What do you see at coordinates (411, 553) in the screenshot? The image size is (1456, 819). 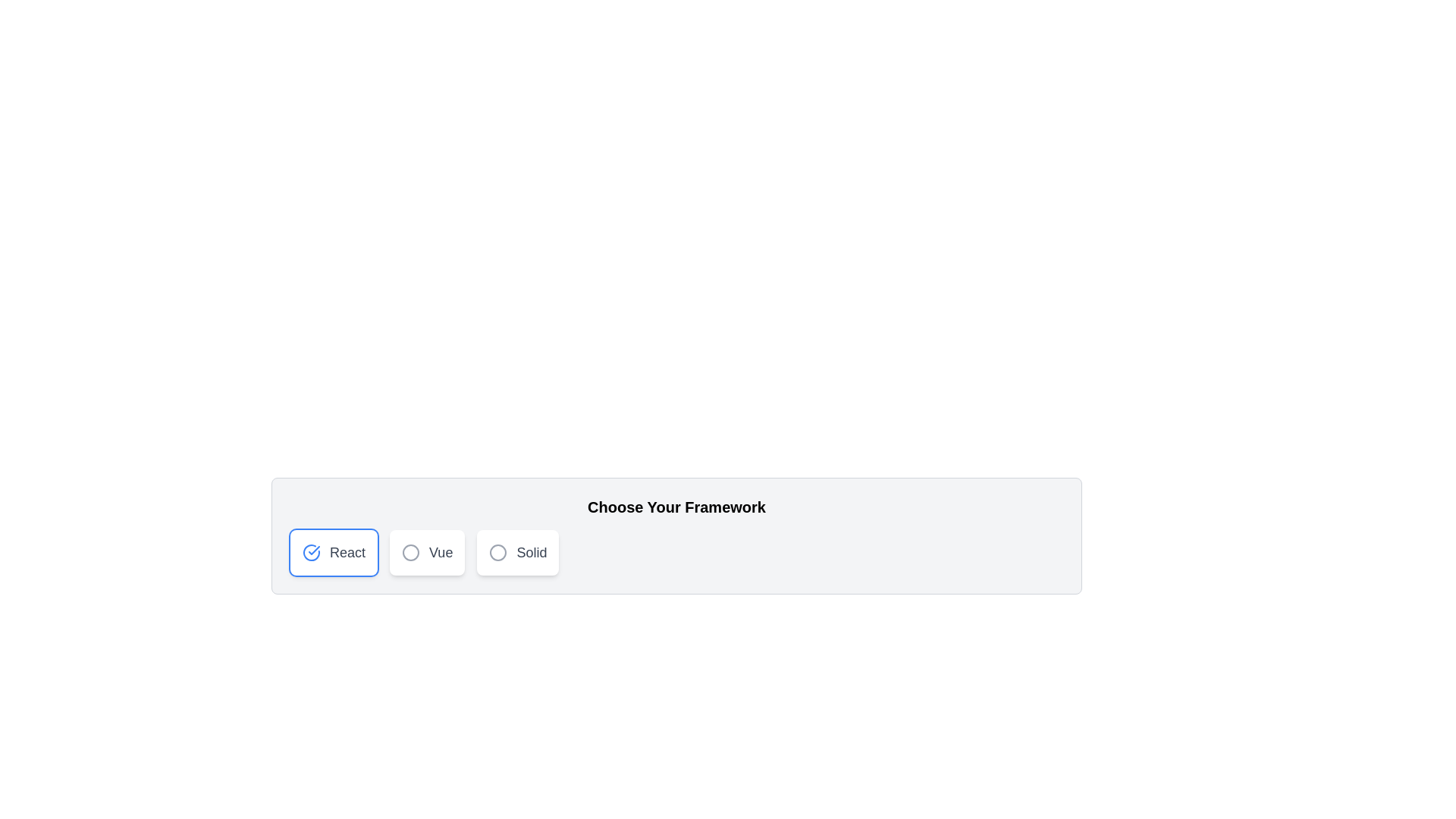 I see `the circular icon with a gray stroke located within the 'Vue' option, positioned to the left of the 'Vue' label` at bounding box center [411, 553].